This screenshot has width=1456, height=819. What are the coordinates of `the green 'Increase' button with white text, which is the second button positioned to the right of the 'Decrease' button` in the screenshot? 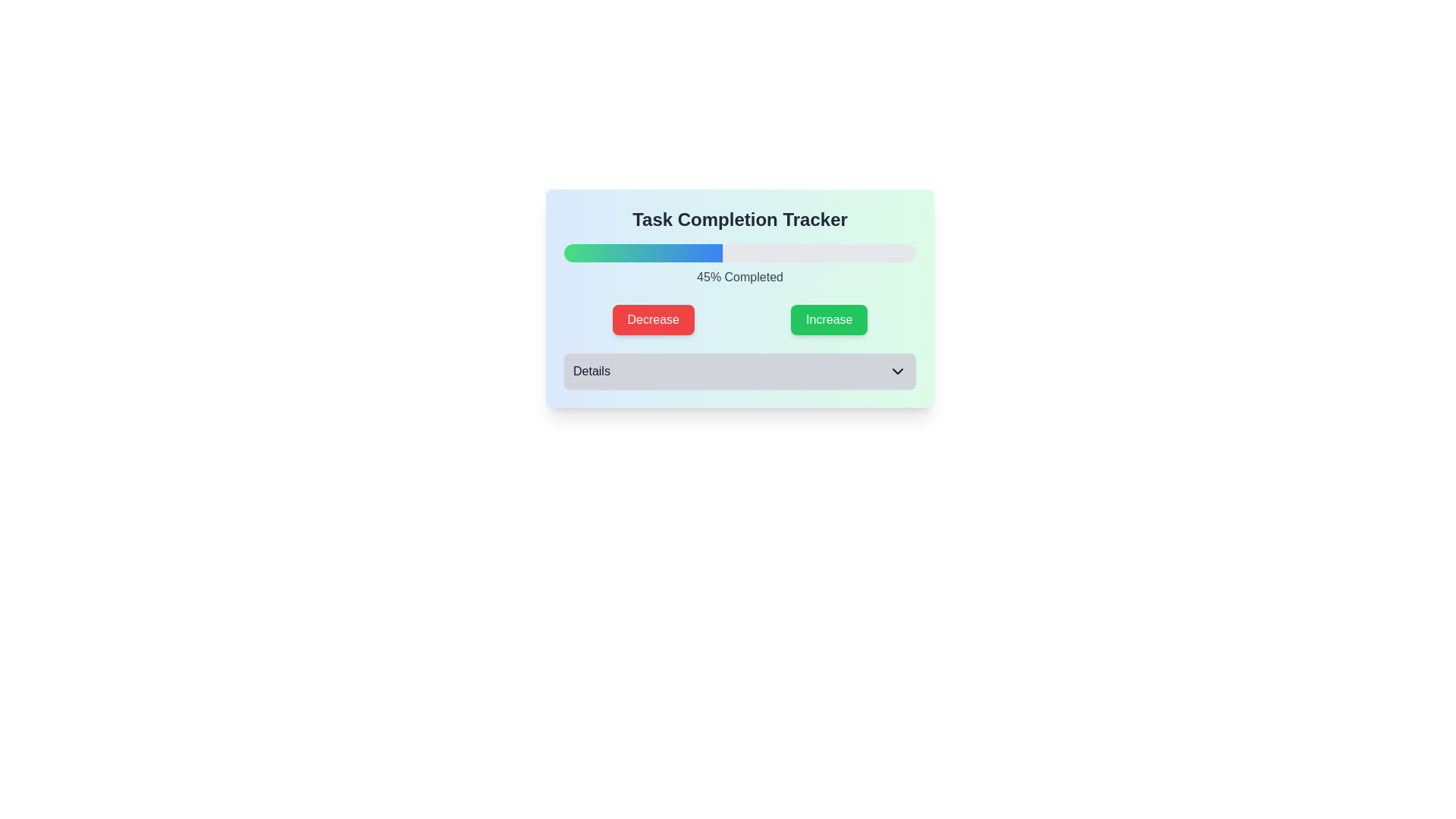 It's located at (828, 318).